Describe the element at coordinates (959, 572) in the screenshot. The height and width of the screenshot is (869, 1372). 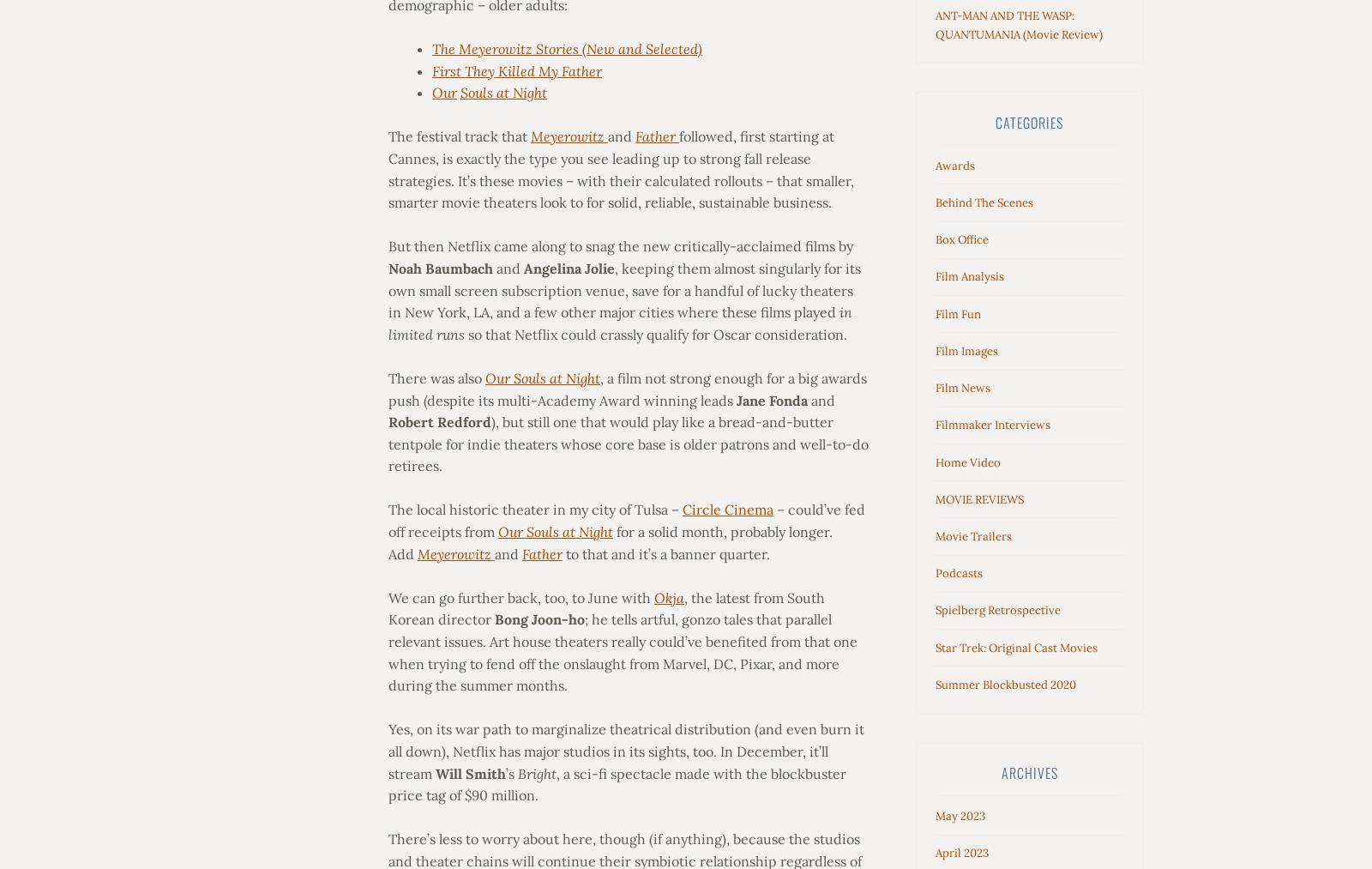
I see `'Podcasts'` at that location.